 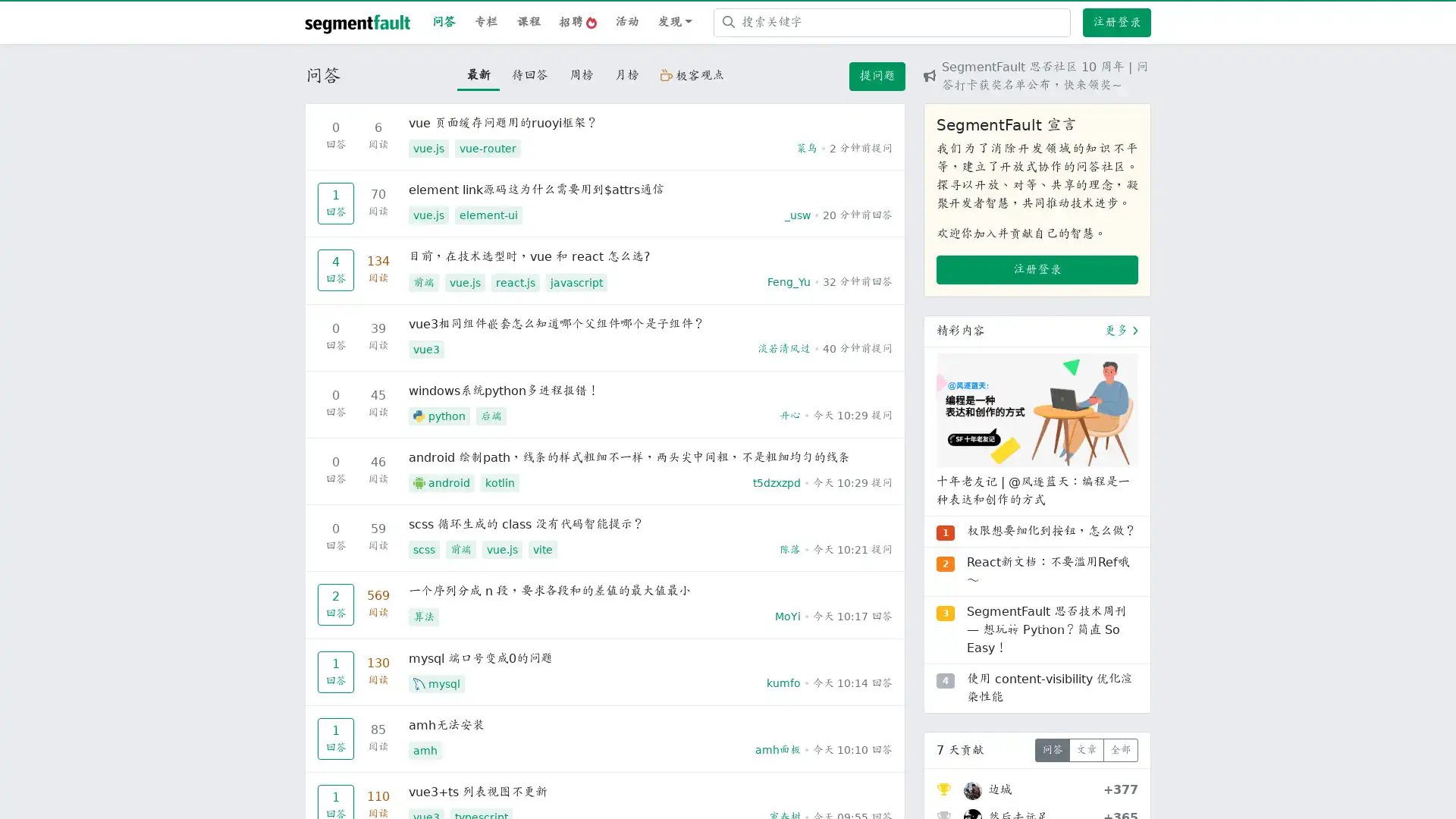 What do you see at coordinates (1063, 626) in the screenshot?
I see `Slide 3` at bounding box center [1063, 626].